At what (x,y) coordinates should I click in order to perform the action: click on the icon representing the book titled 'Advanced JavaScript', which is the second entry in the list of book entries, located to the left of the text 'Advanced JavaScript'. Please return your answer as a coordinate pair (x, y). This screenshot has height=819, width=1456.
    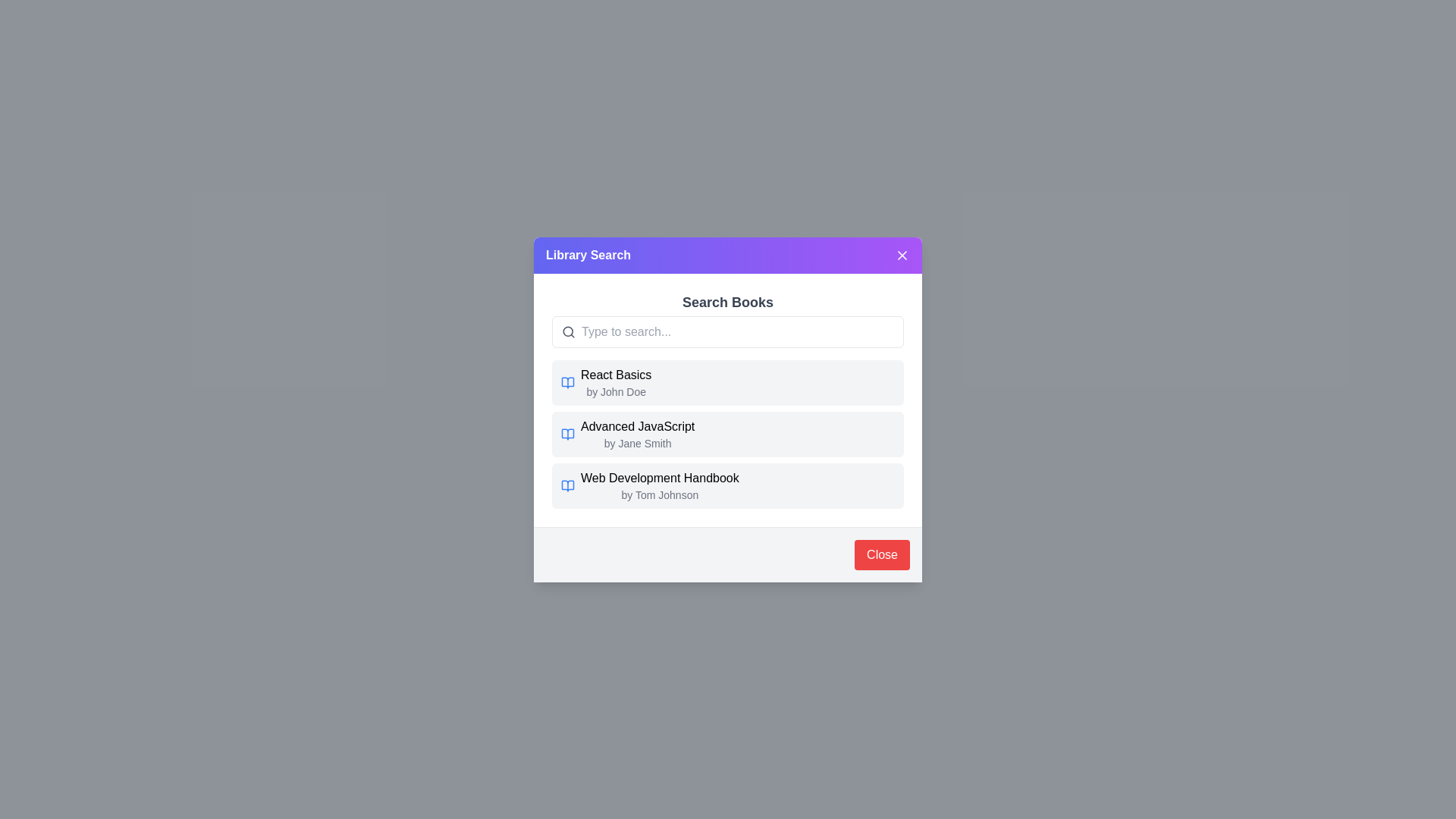
    Looking at the image, I should click on (566, 434).